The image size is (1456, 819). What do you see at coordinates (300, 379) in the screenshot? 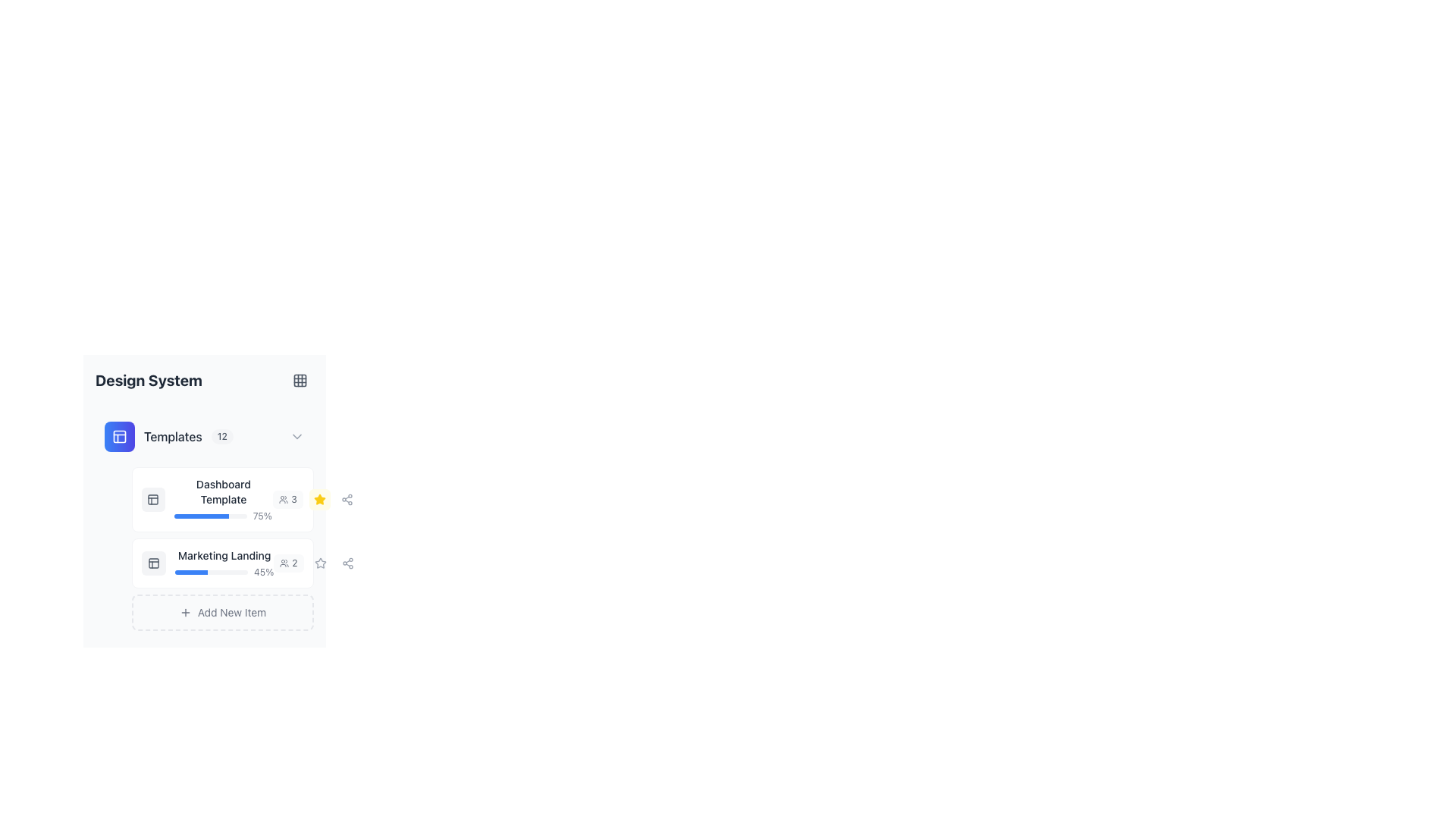
I see `the square button with a grid-like icon composed of nine small squares arranged in a 3x3 pattern located at the top-right corner of the 'Design System' section` at bounding box center [300, 379].